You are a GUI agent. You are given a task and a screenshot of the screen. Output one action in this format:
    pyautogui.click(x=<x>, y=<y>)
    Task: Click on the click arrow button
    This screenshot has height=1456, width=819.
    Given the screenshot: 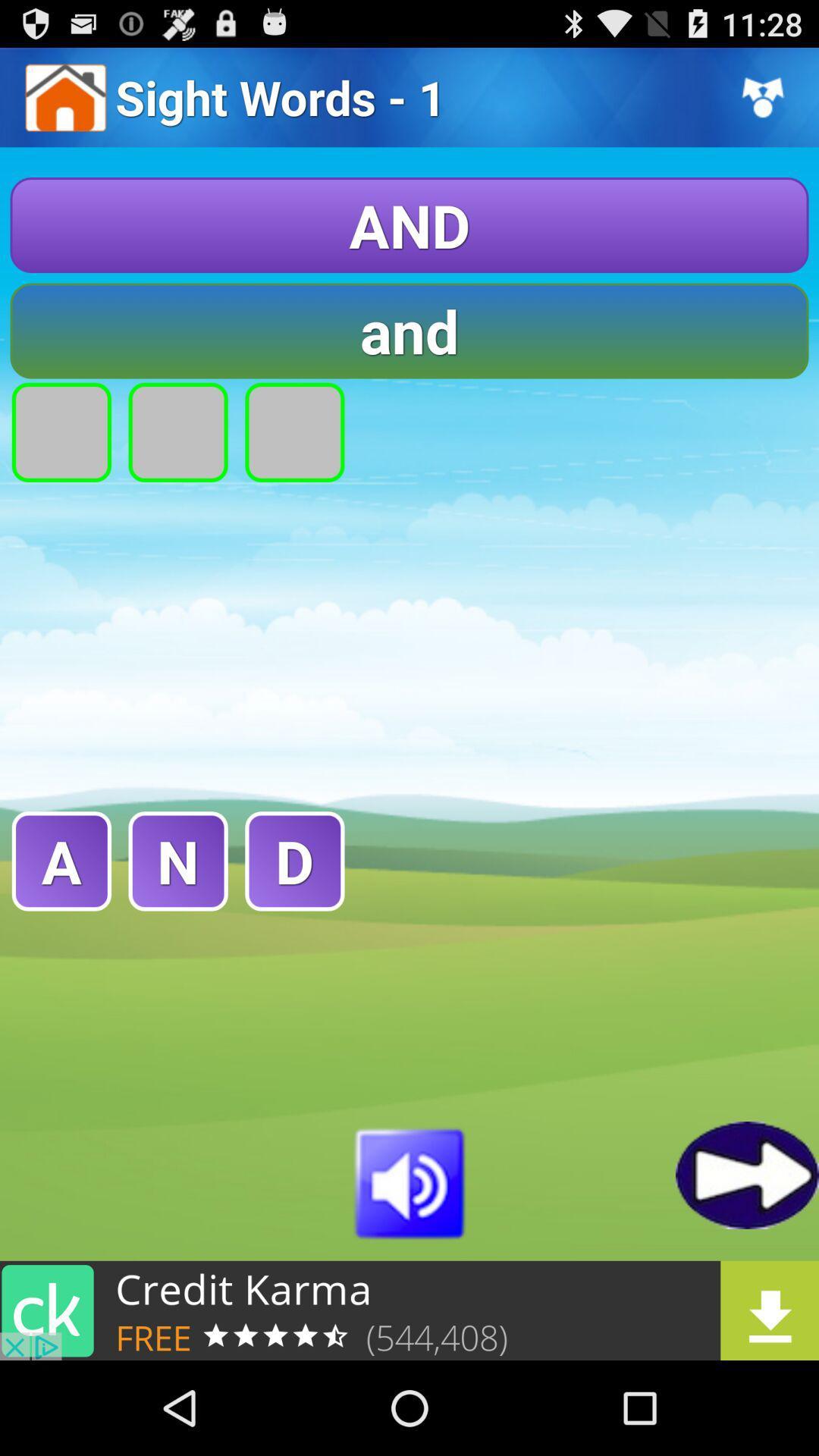 What is the action you would take?
    pyautogui.click(x=746, y=1174)
    